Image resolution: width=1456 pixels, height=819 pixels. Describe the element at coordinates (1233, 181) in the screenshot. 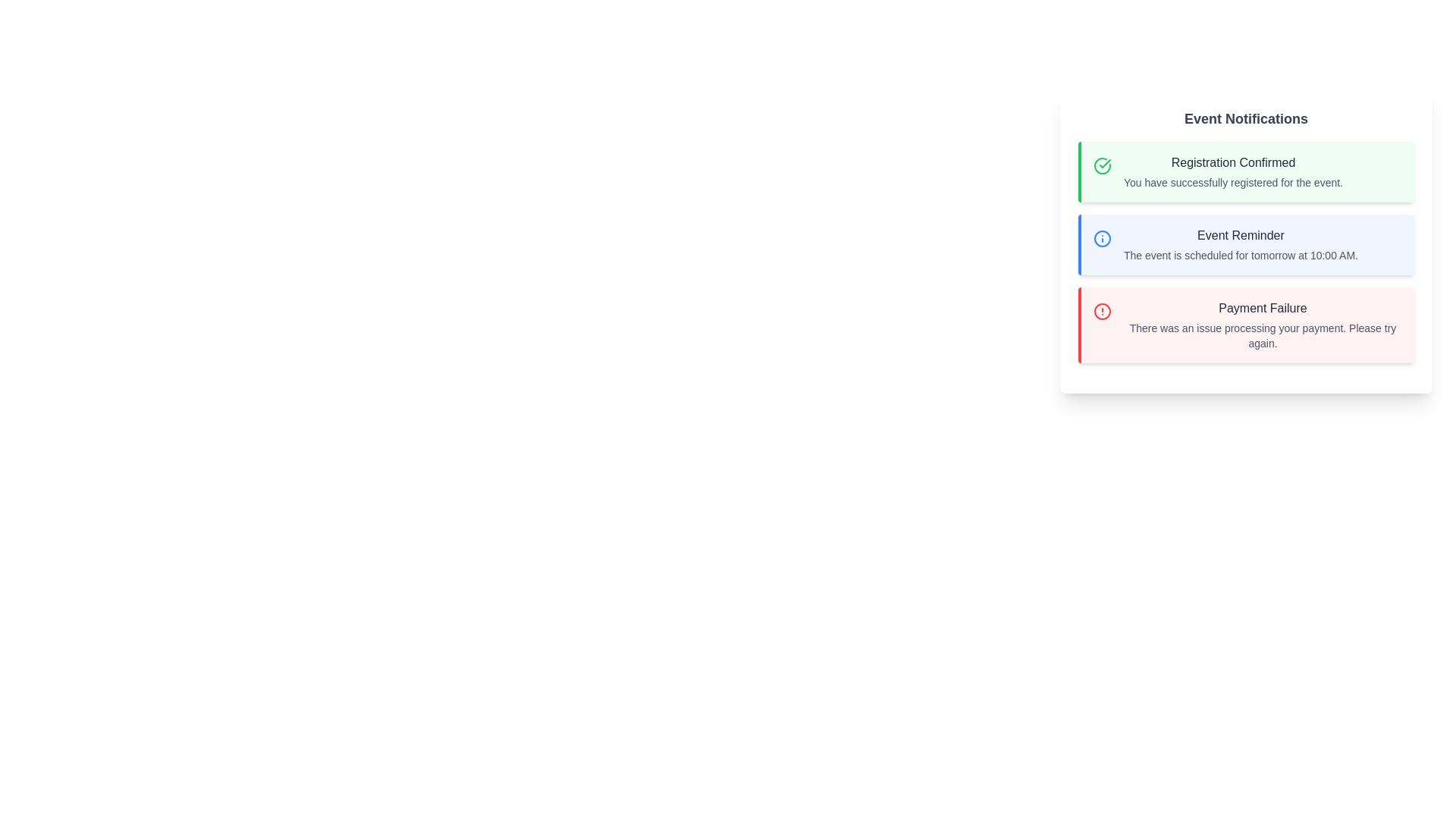

I see `the confirmation message text label that indicates successful registration for an event, located in the green notification card at the top of the section` at that location.